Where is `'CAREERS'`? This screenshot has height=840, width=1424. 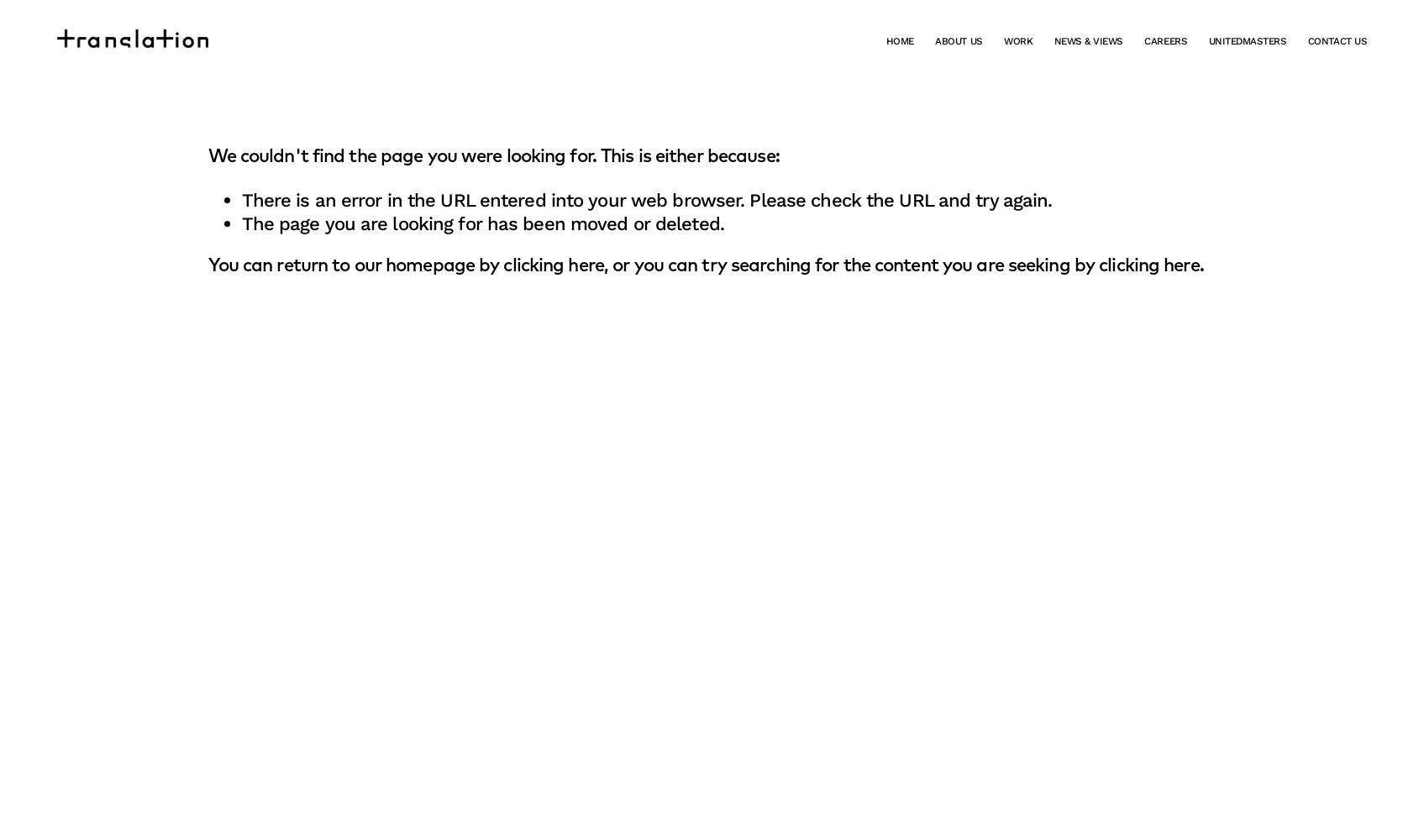 'CAREERS' is located at coordinates (1164, 40).